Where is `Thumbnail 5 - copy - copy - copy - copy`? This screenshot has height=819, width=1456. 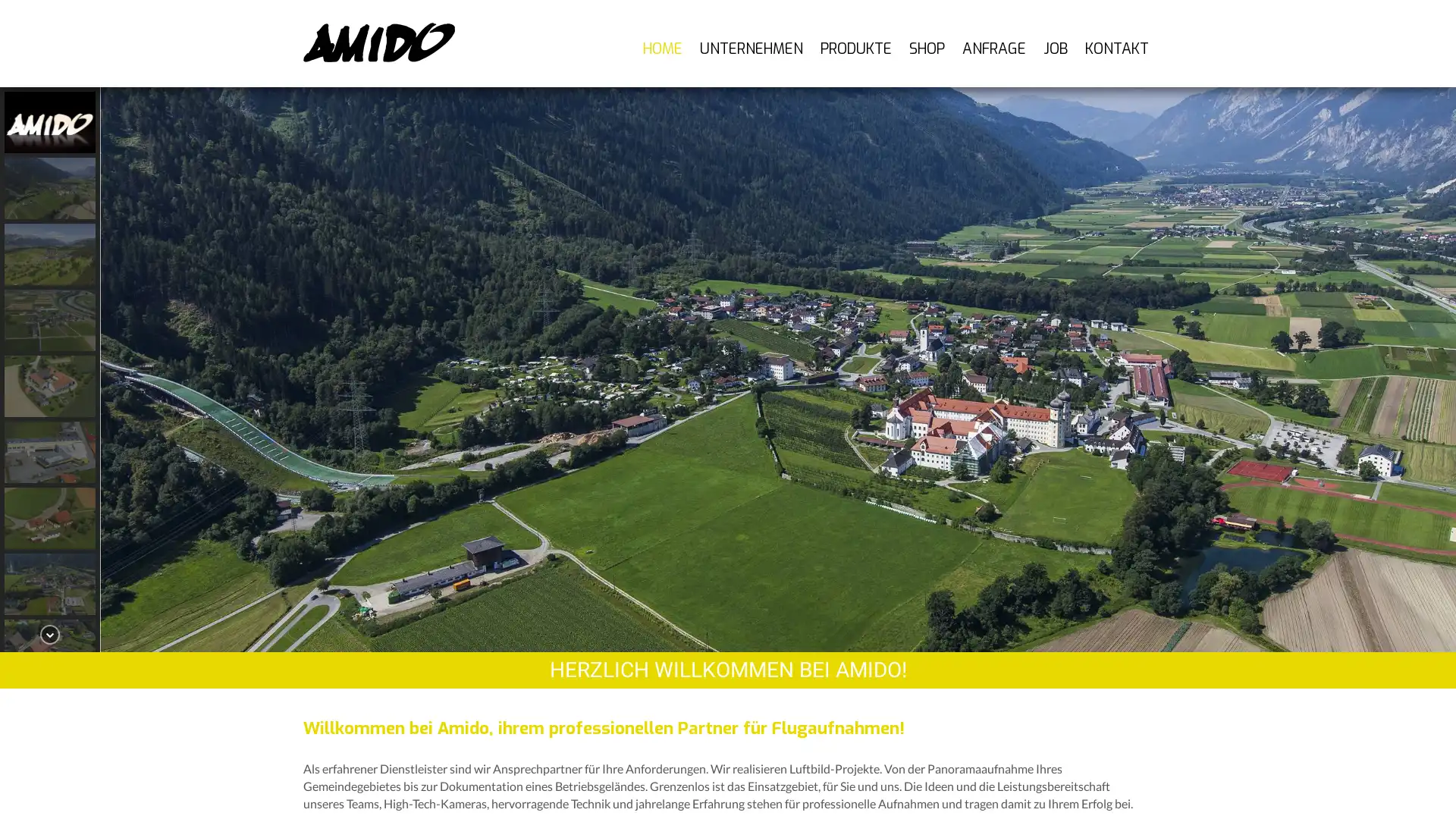 Thumbnail 5 - copy - copy - copy - copy is located at coordinates (50, 716).